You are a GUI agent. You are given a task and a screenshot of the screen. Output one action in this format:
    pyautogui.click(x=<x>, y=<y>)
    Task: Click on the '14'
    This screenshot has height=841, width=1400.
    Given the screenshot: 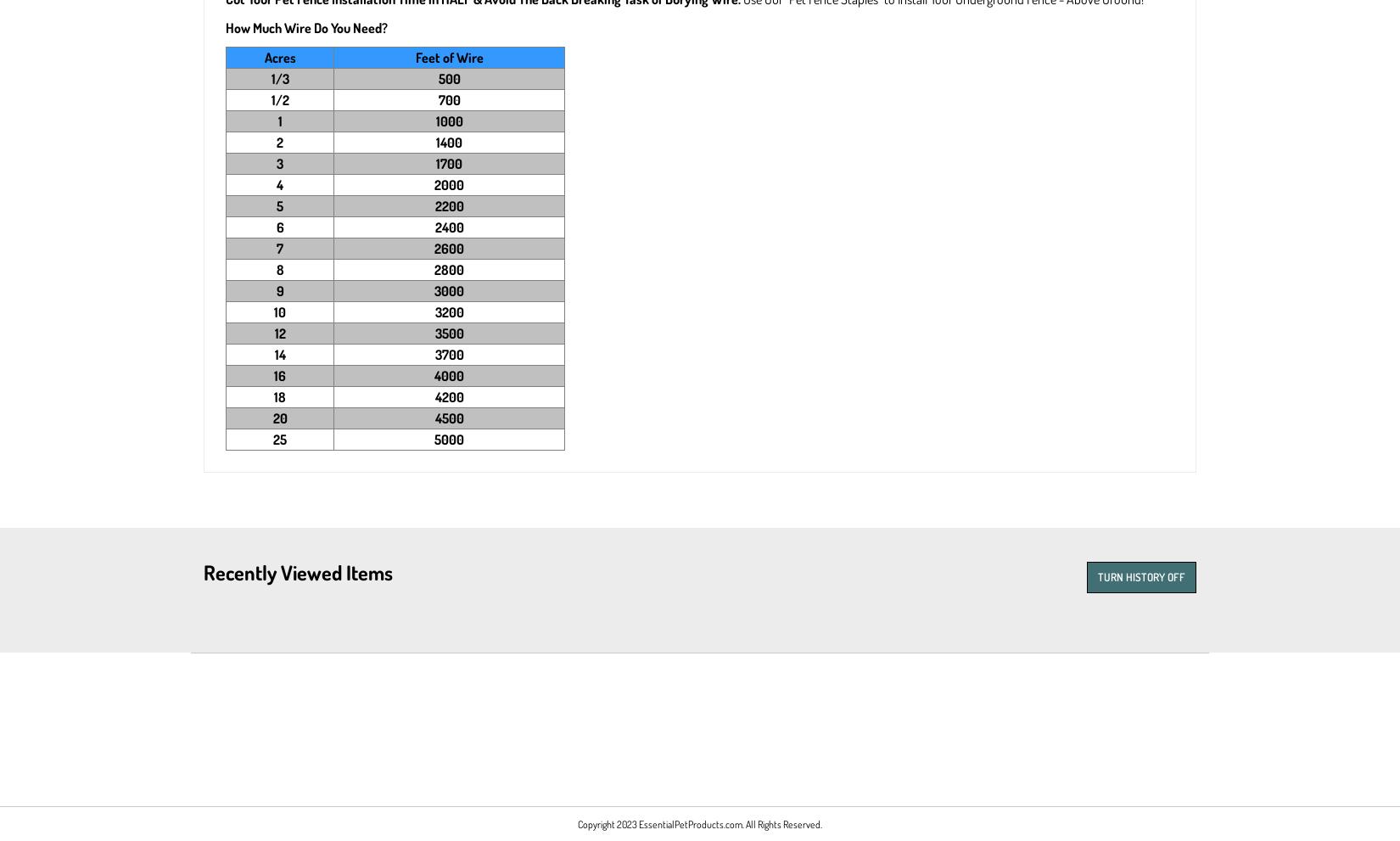 What is the action you would take?
    pyautogui.click(x=279, y=355)
    